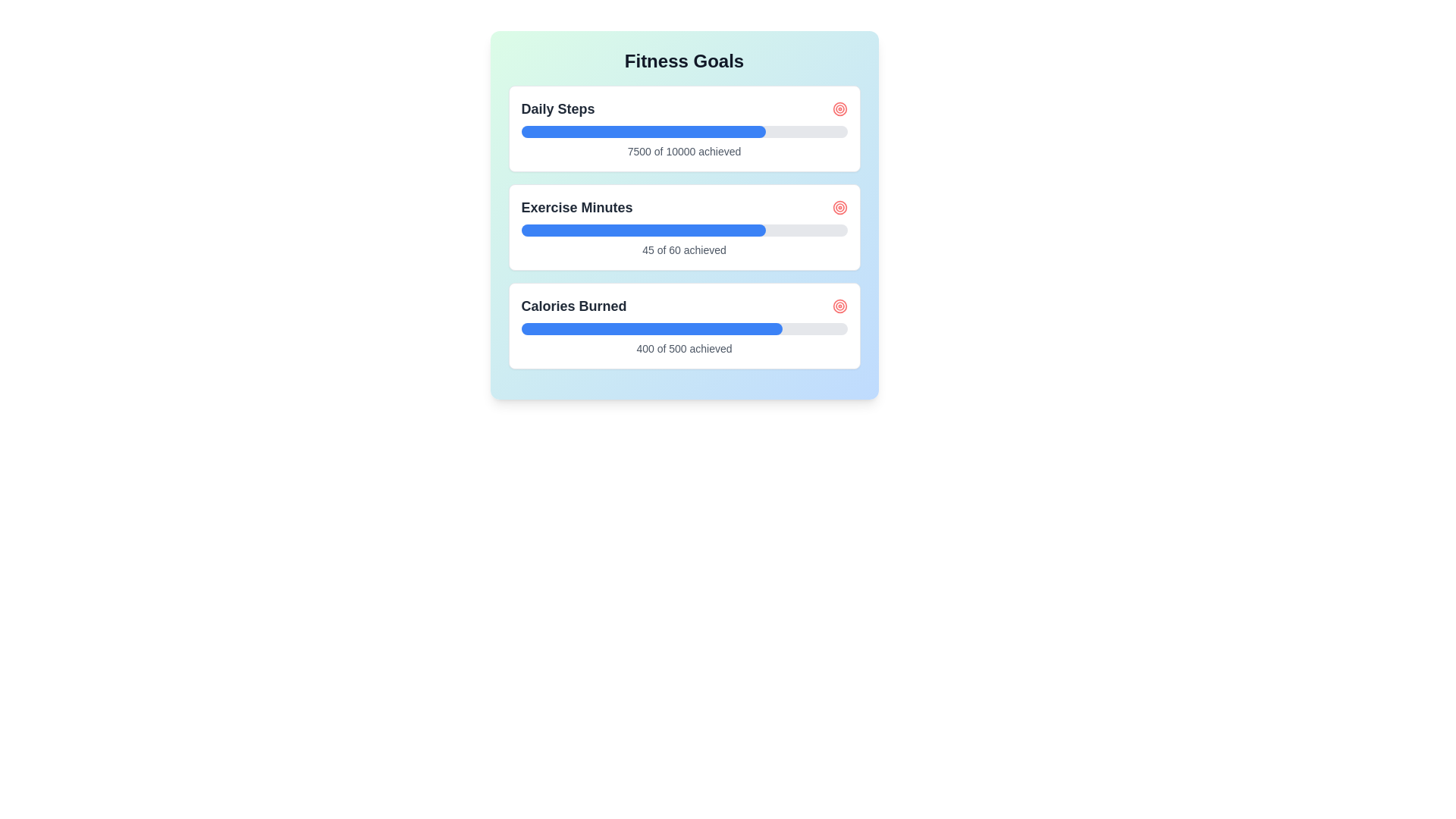  Describe the element at coordinates (643, 231) in the screenshot. I see `the filled progress bar section representing progress for 'Exercise Minutes', which is styled with a blue color and has rounded ends` at that location.